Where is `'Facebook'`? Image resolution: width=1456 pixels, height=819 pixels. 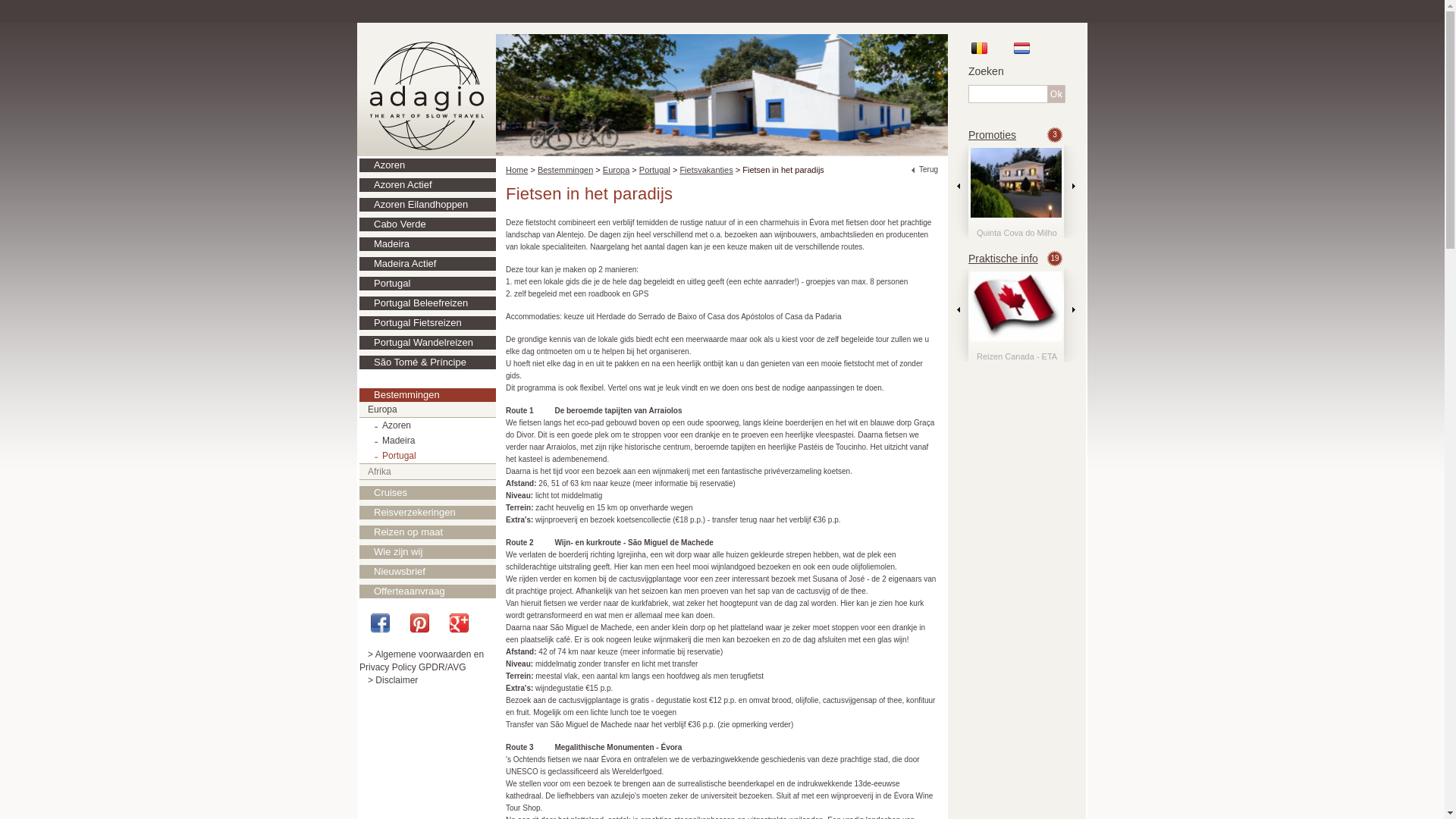
'Facebook' is located at coordinates (387, 623).